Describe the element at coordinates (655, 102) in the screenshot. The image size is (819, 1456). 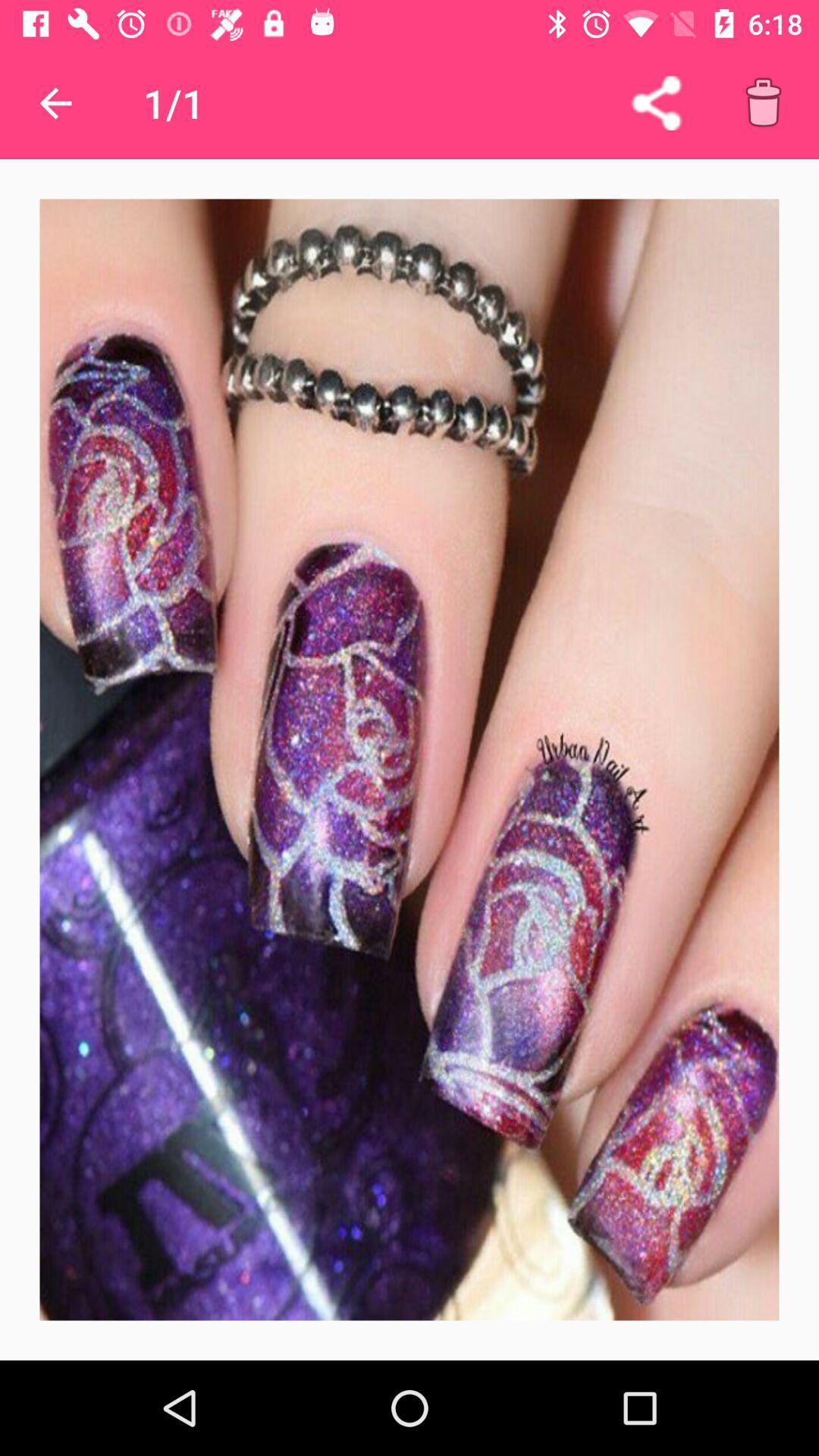
I see `share options` at that location.